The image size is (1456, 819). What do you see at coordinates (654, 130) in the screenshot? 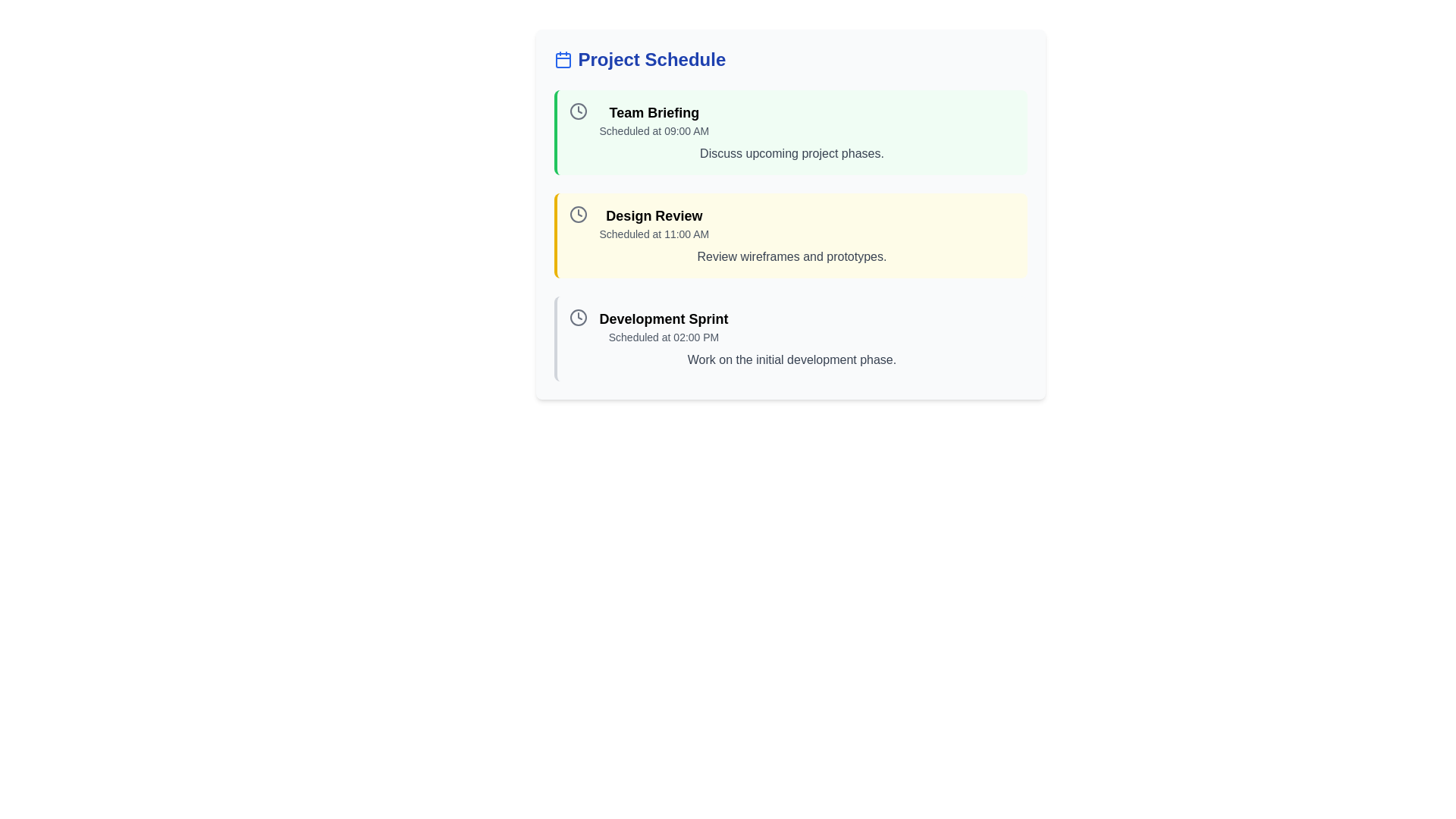
I see `the static text label displaying 'Scheduled at 09:00 AM', which is positioned below 'Team Briefing' in the 'Project Schedule' card` at bounding box center [654, 130].